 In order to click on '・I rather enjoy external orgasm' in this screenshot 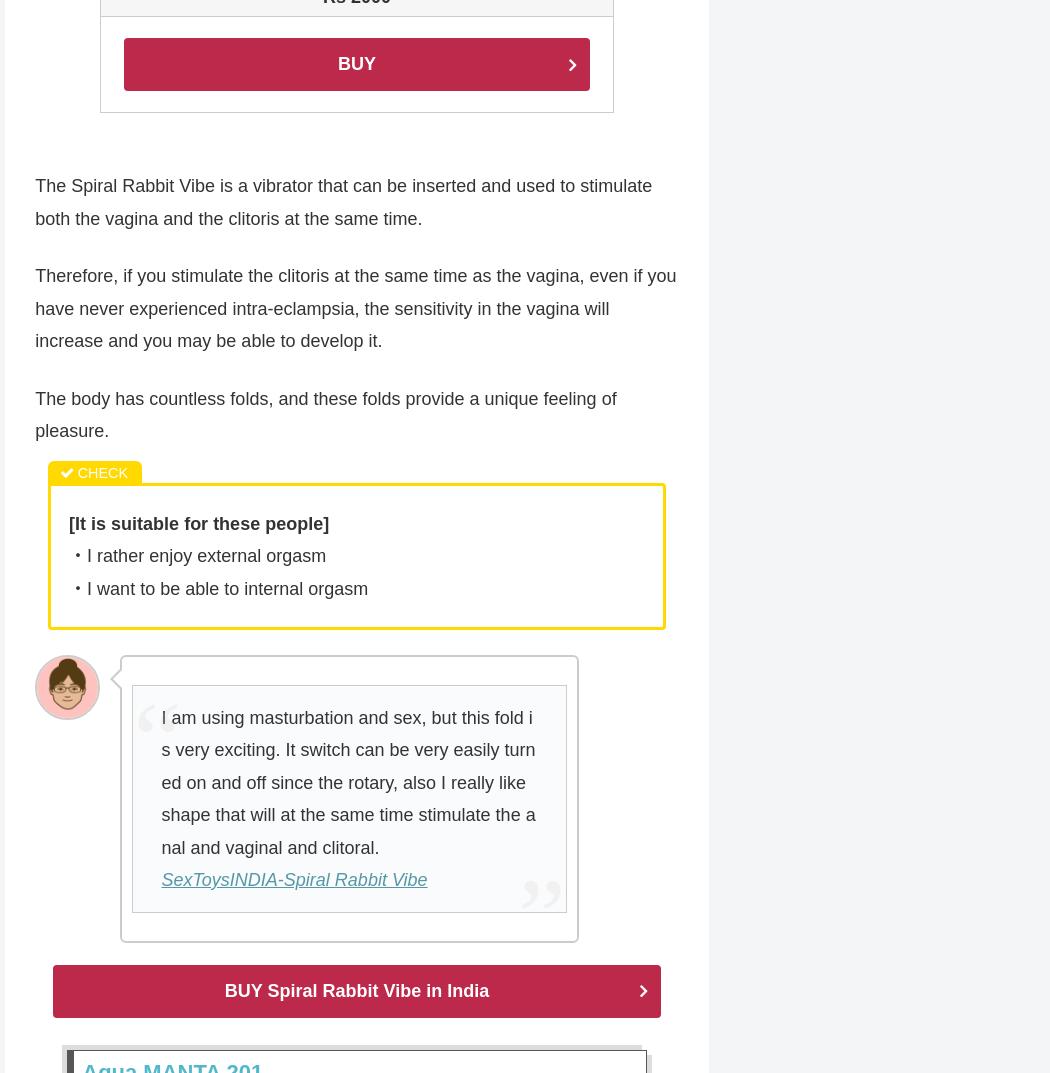, I will do `click(196, 557)`.